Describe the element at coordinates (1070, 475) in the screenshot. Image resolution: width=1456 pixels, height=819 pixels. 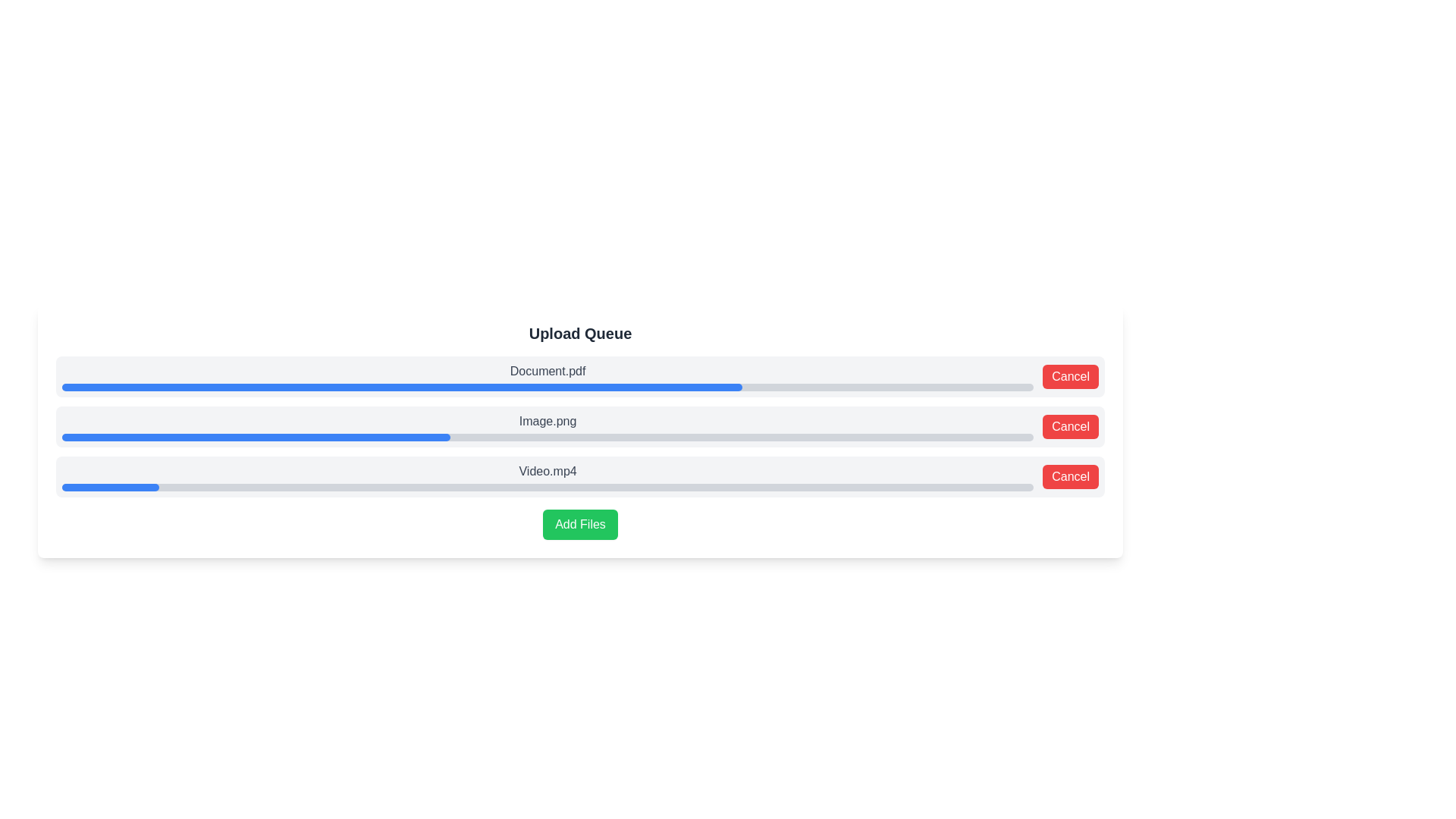
I see `the cancel upload button for the file 'Video.mp4' to observe any hover effects` at that location.